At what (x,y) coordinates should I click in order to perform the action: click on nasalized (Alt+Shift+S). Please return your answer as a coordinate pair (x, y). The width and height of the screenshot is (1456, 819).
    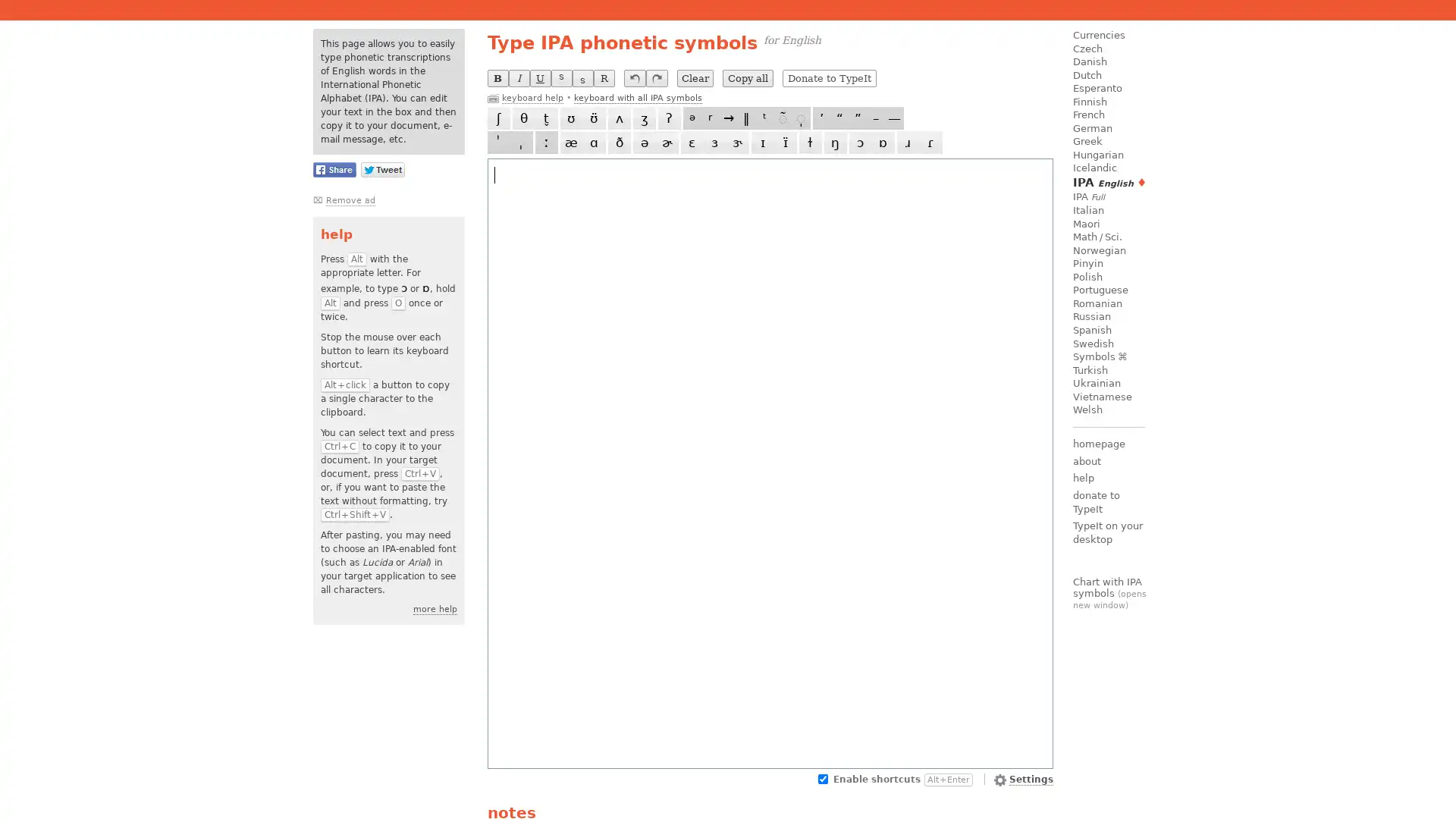
    Looking at the image, I should click on (783, 116).